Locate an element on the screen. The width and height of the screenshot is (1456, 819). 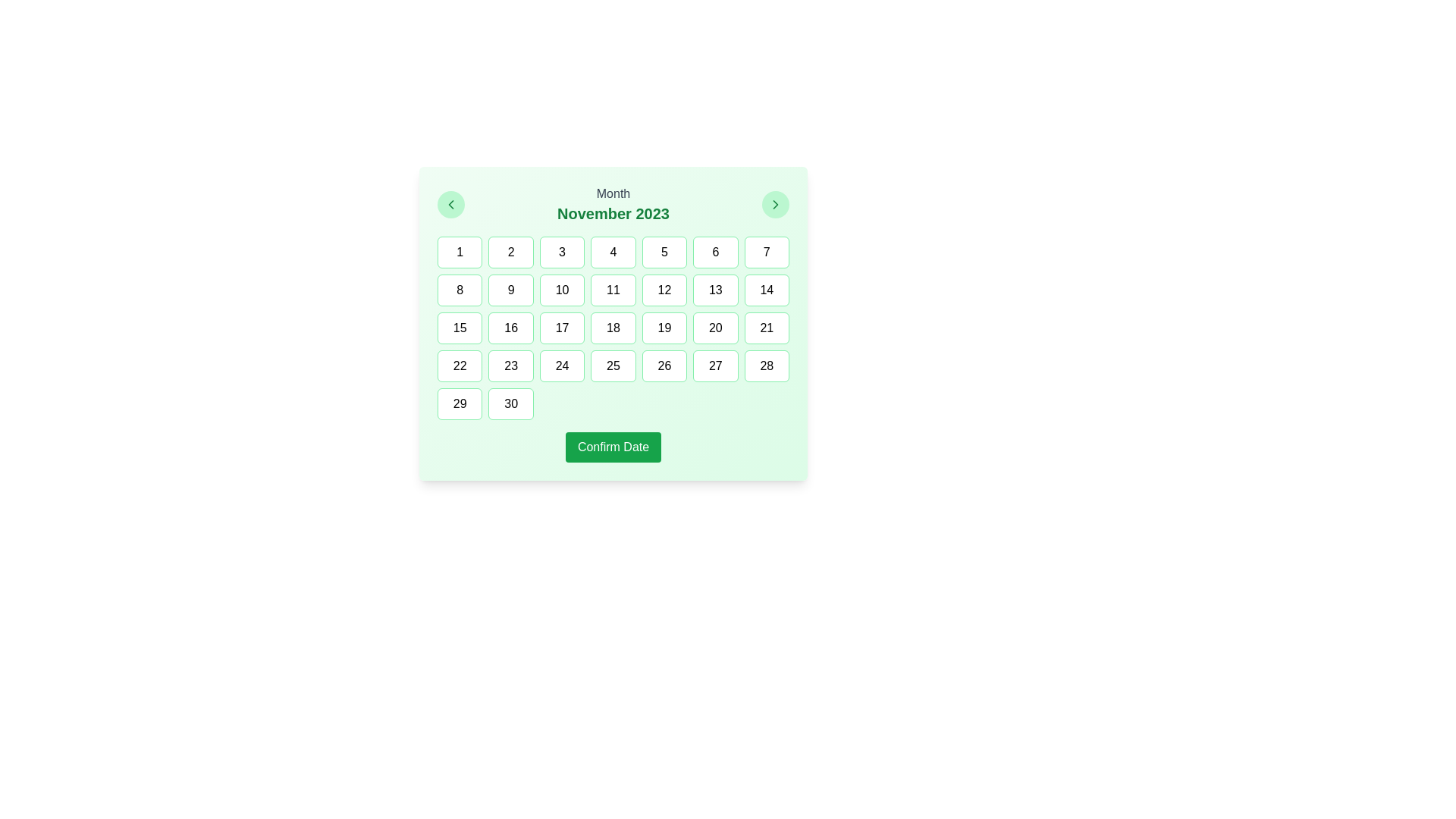
the graphical icon resembling a rightward chevron, which is styled with thin green strokes and located inside a circular green button in the top-right corner of the calendar interface is located at coordinates (775, 205).